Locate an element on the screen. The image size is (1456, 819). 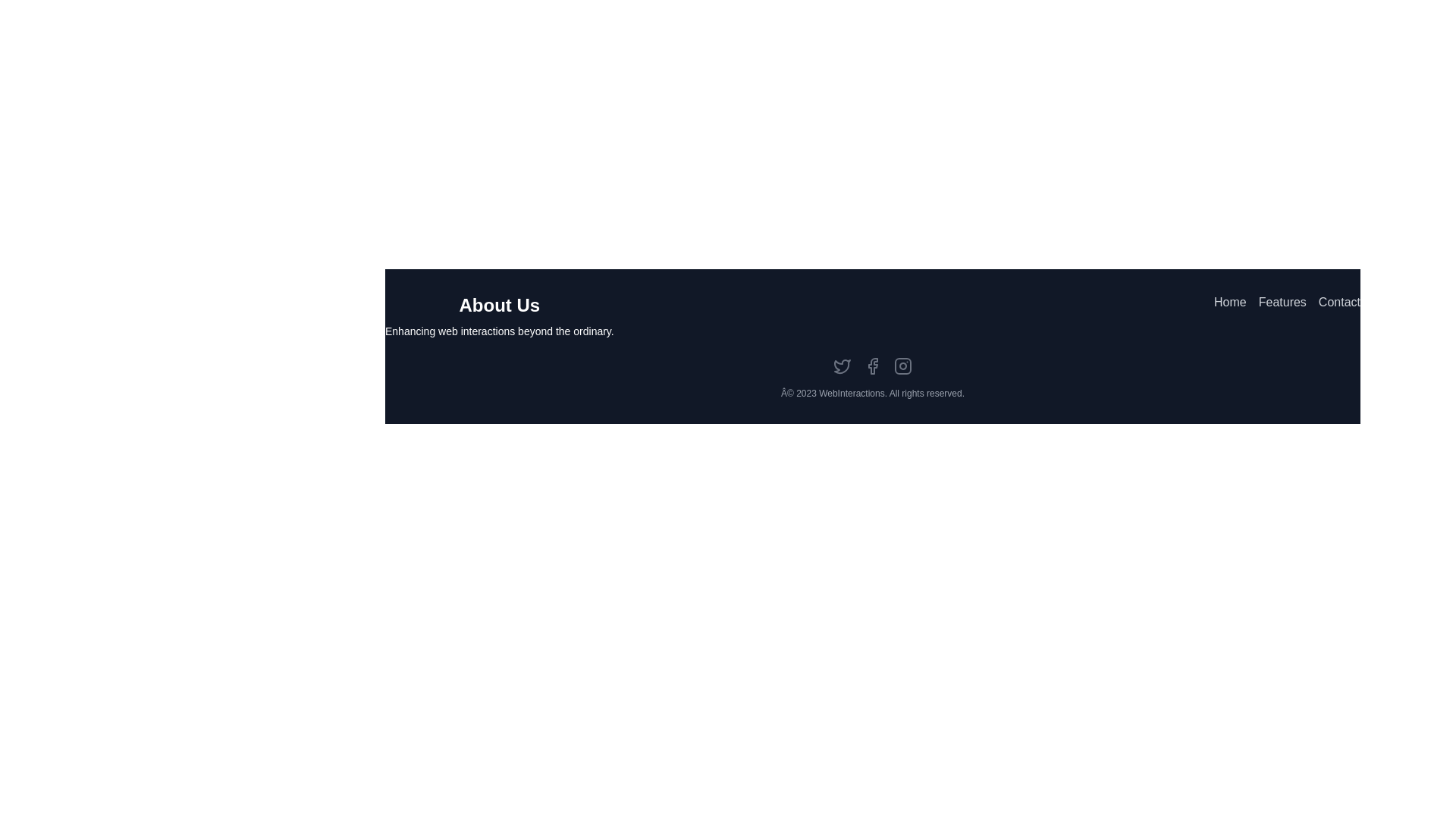
the first social media icon, which is a minimalistic Twitter logo that changes color from gray to blue when hovered over is located at coordinates (841, 366).